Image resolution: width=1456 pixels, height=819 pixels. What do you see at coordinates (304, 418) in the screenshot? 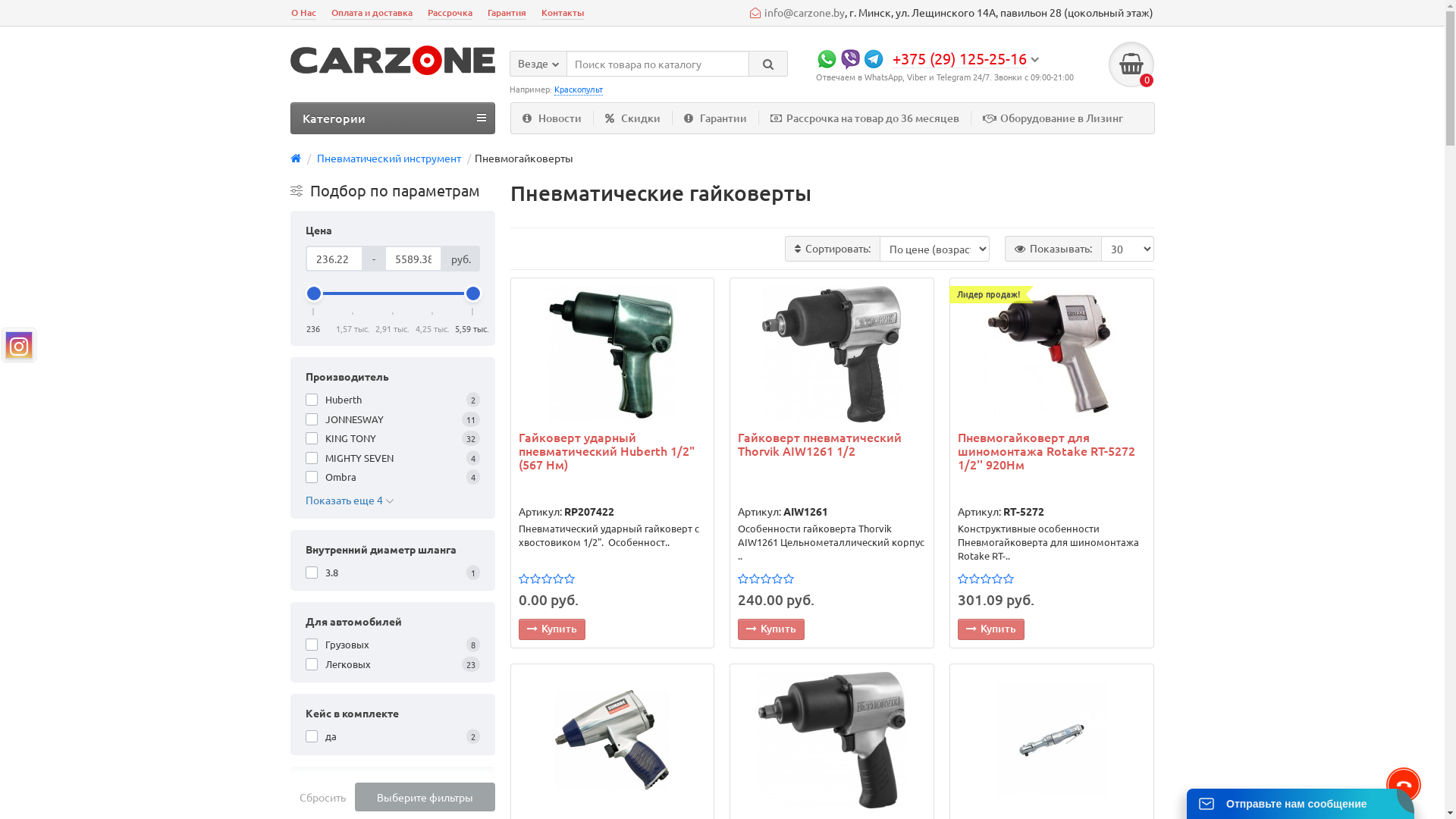
I see `'JONNESWAY` at bounding box center [304, 418].